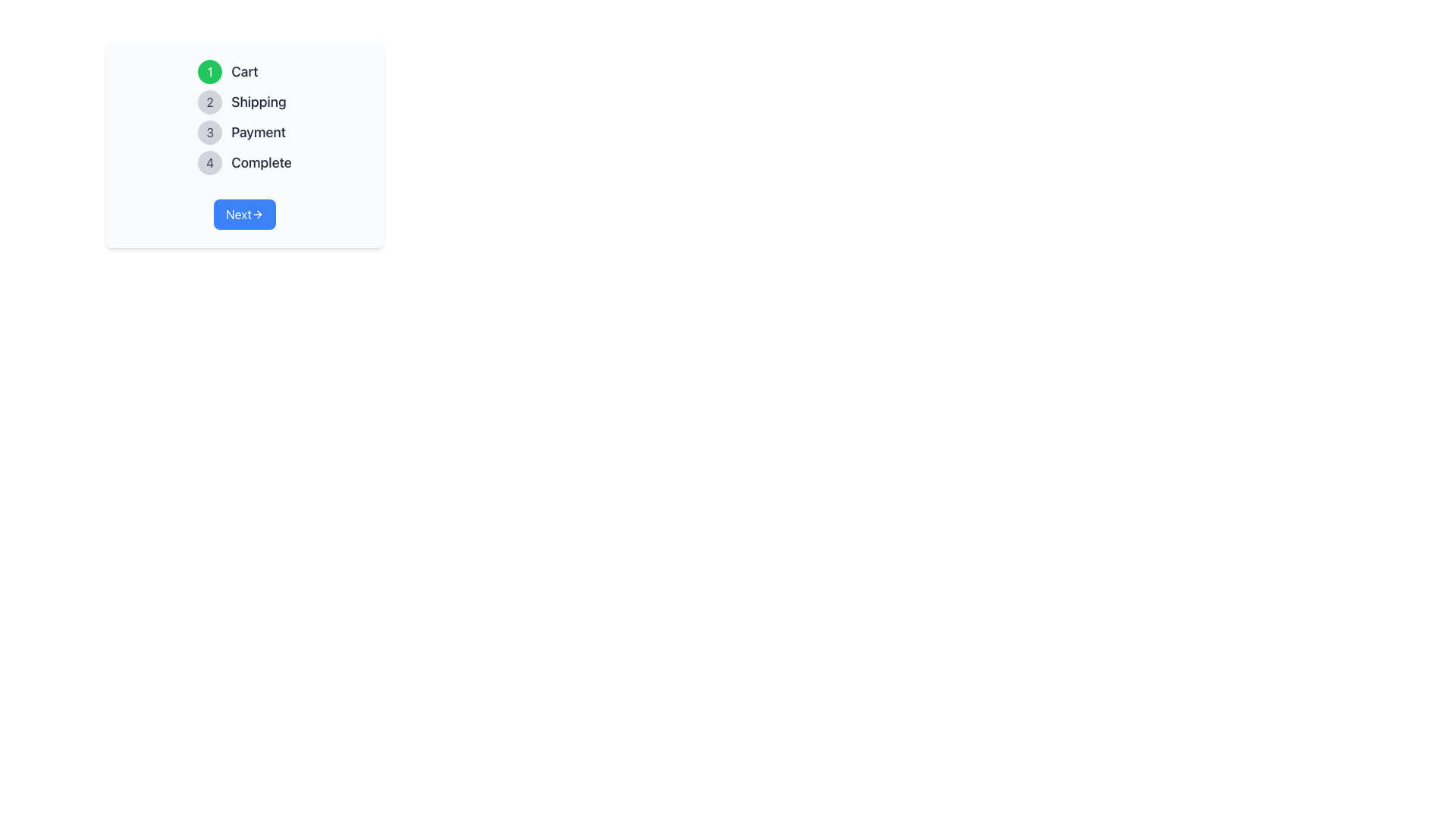 The image size is (1456, 819). What do you see at coordinates (244, 214) in the screenshot?
I see `the 'Next' button, which has white text on a blue background and features a right-pointing arrow icon, located at the bottom of the step-based interface` at bounding box center [244, 214].